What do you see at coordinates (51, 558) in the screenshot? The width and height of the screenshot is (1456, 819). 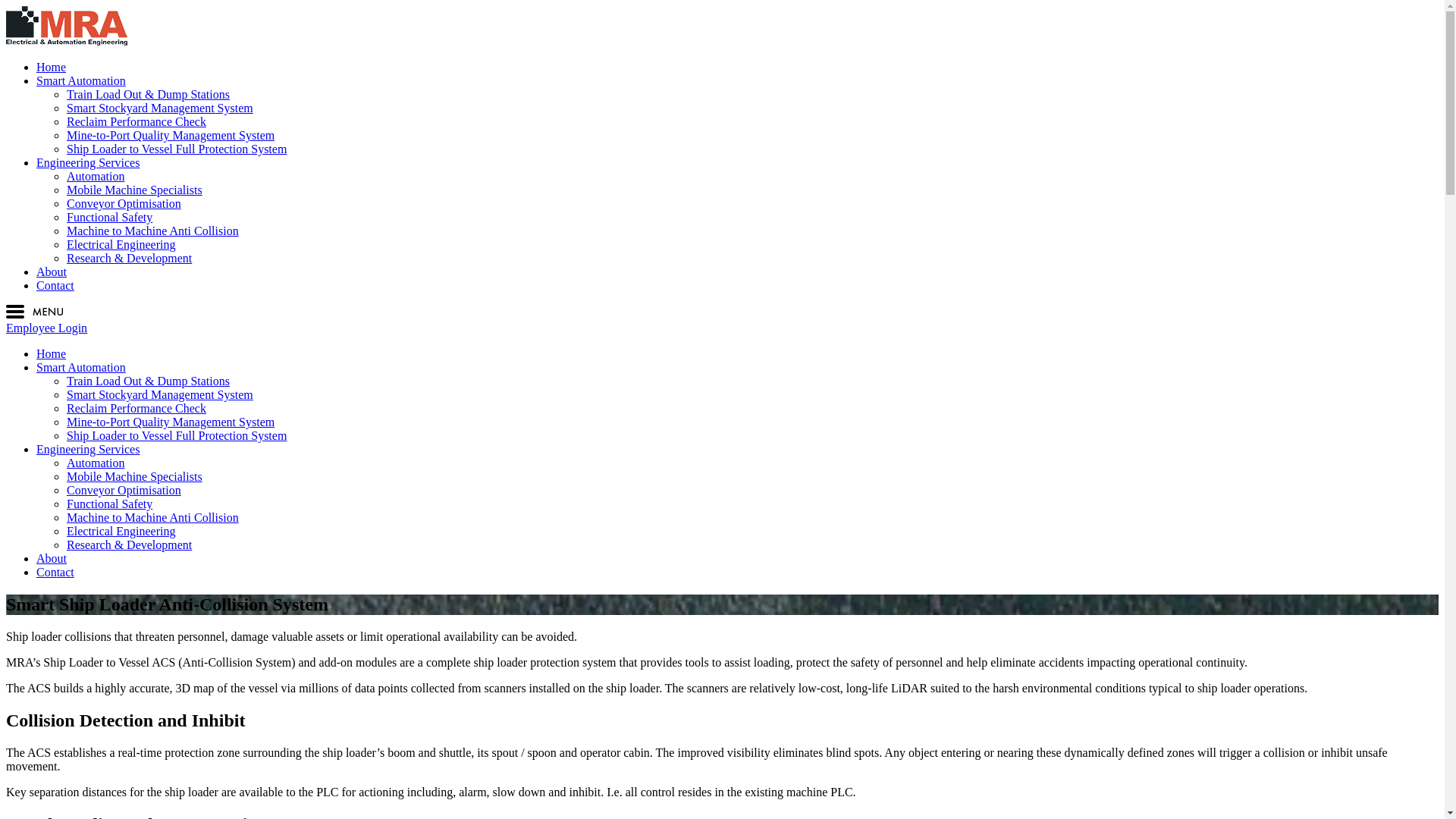 I see `'About'` at bounding box center [51, 558].